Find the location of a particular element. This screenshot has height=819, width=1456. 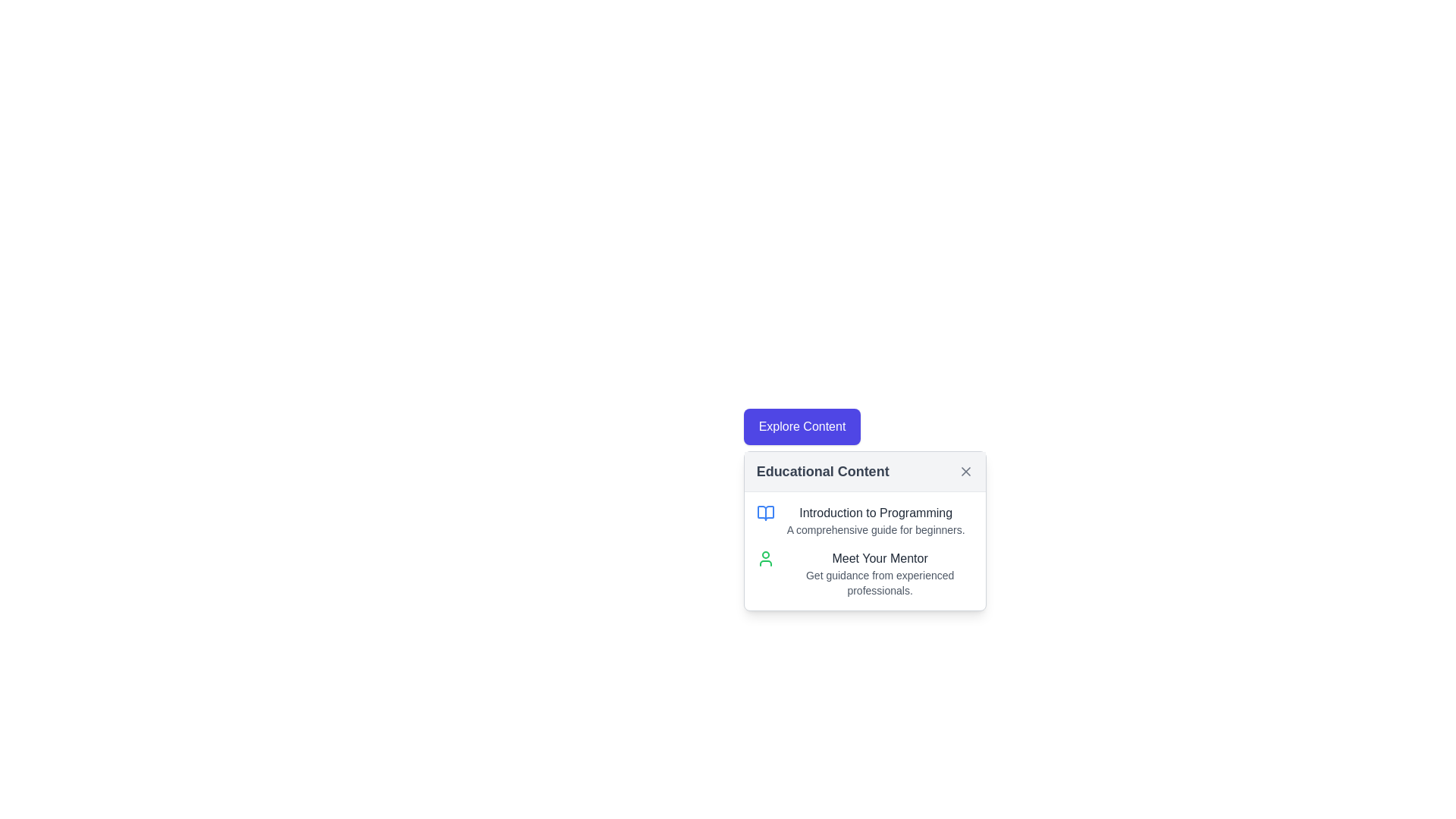

the Text Block that serves as a title and subtitle for educational material, located in the 'Educational Content' panel above the 'Meet Your Mentor' text block is located at coordinates (876, 519).